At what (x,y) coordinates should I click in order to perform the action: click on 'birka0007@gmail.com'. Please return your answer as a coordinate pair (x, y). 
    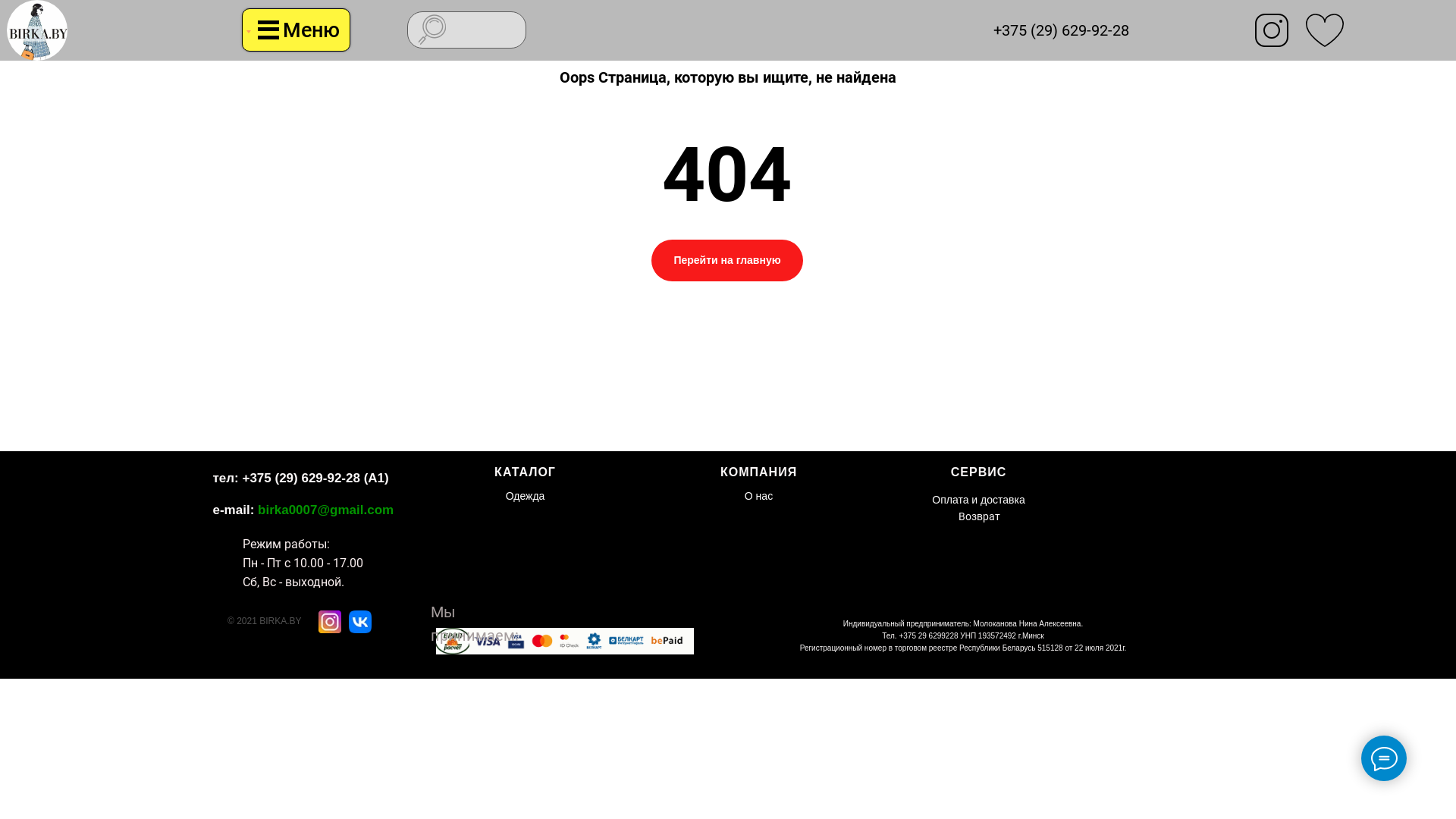
    Looking at the image, I should click on (258, 510).